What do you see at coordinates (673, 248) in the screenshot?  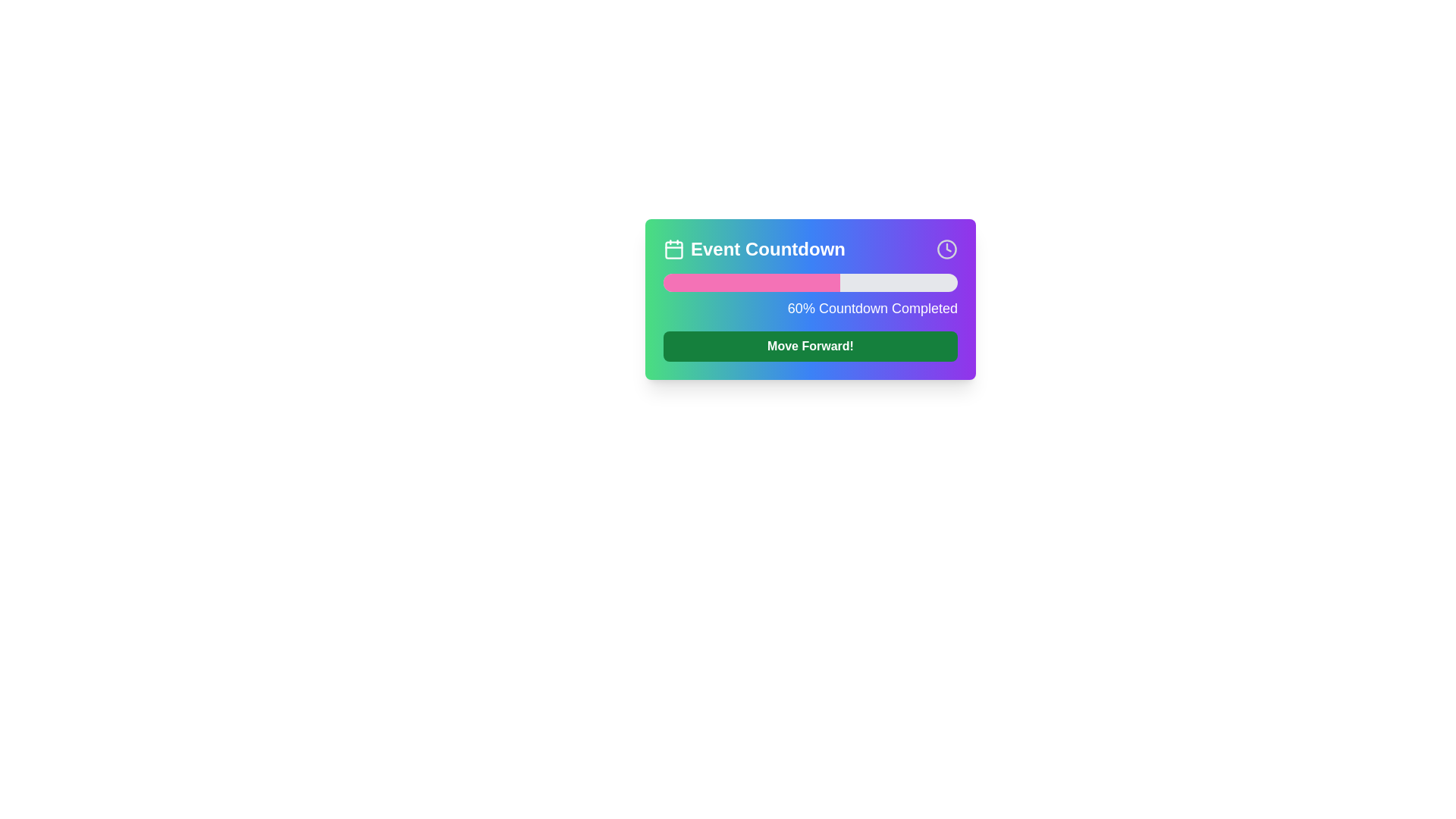 I see `the calendar-like icon positioned to the left of the 'Event Countdown' text` at bounding box center [673, 248].